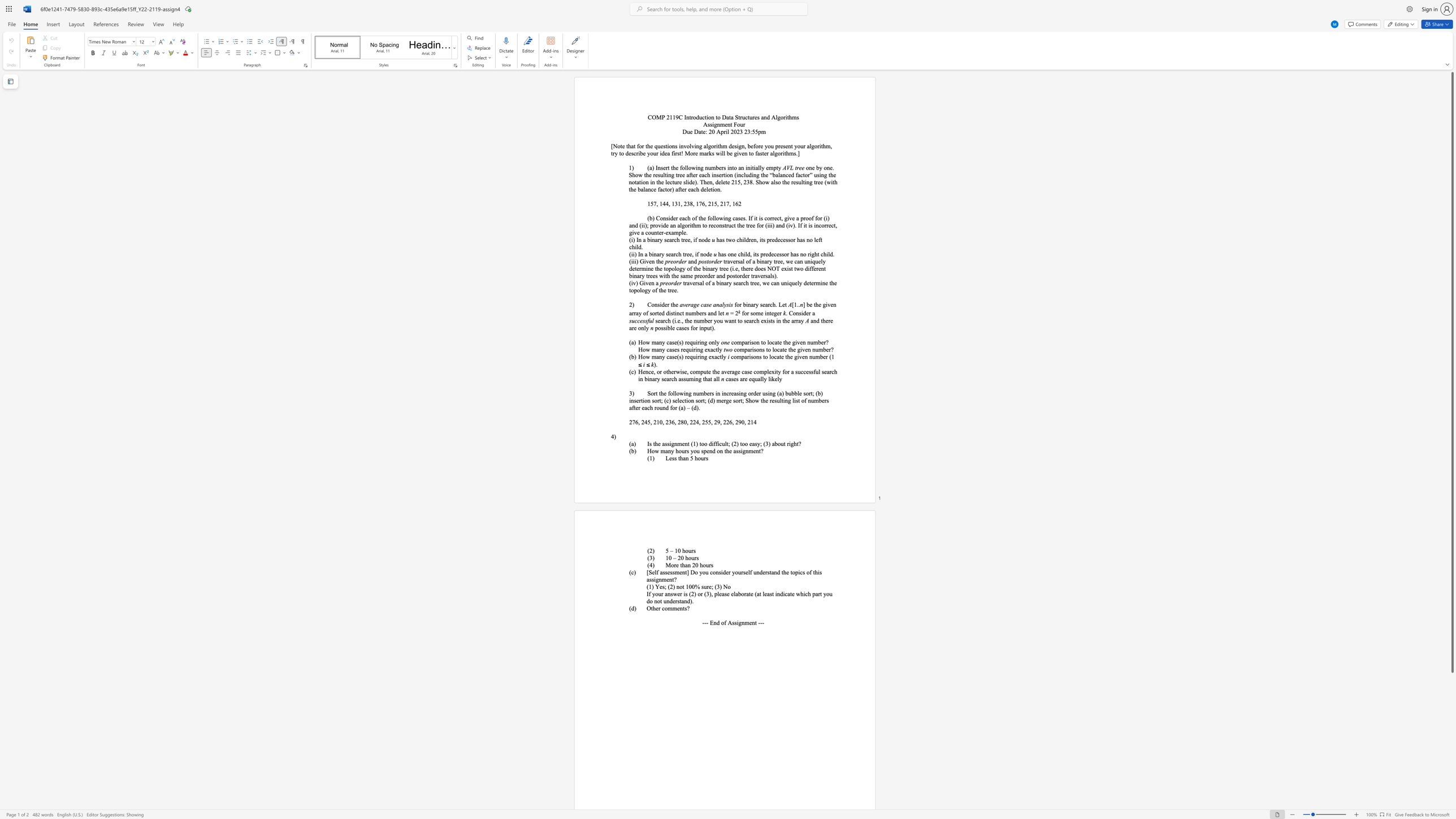 This screenshot has height=819, width=1456. What do you see at coordinates (663, 341) in the screenshot?
I see `the 1th character "y" in the text` at bounding box center [663, 341].